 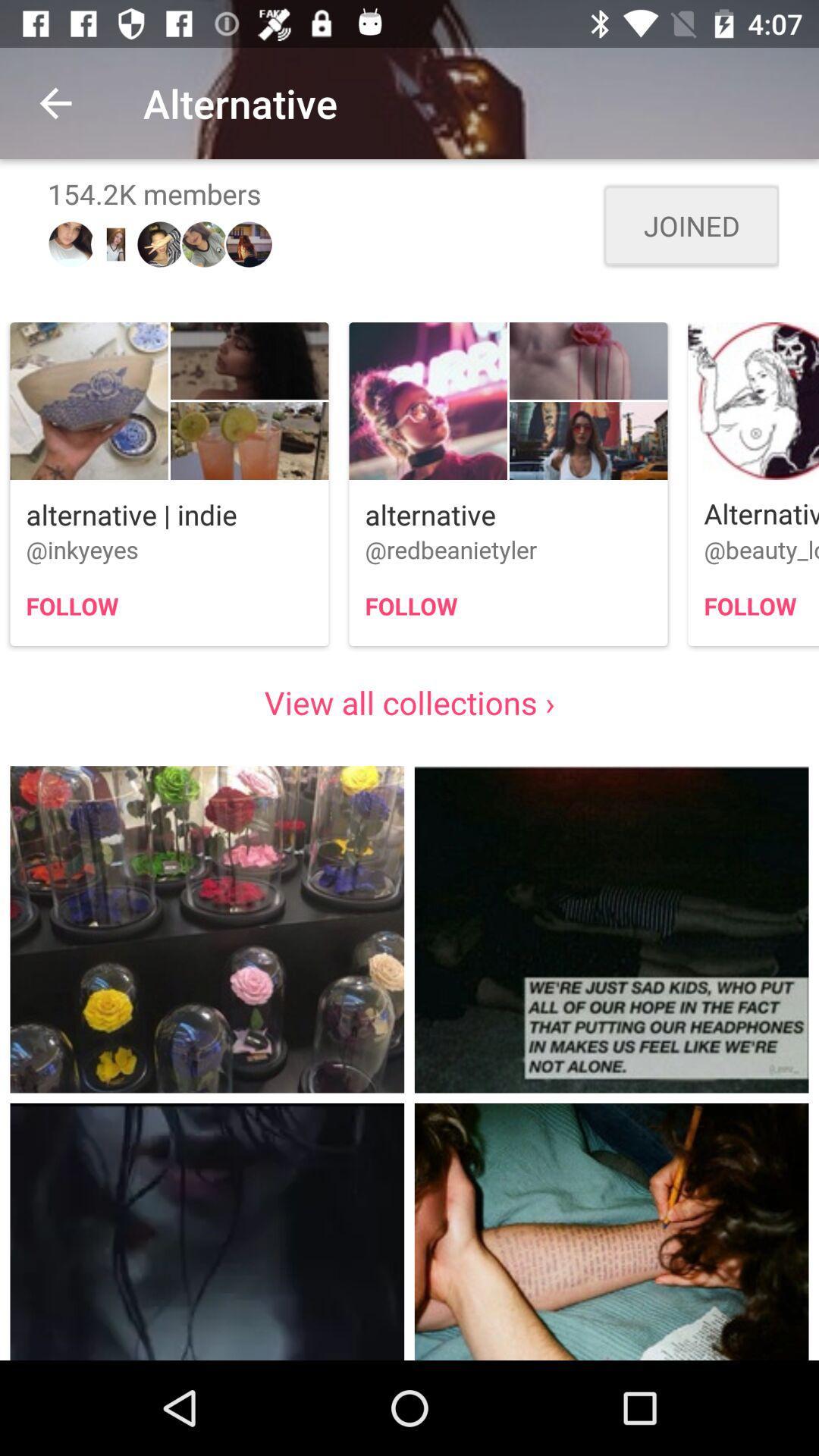 I want to click on the icon below the follow, so click(x=409, y=701).